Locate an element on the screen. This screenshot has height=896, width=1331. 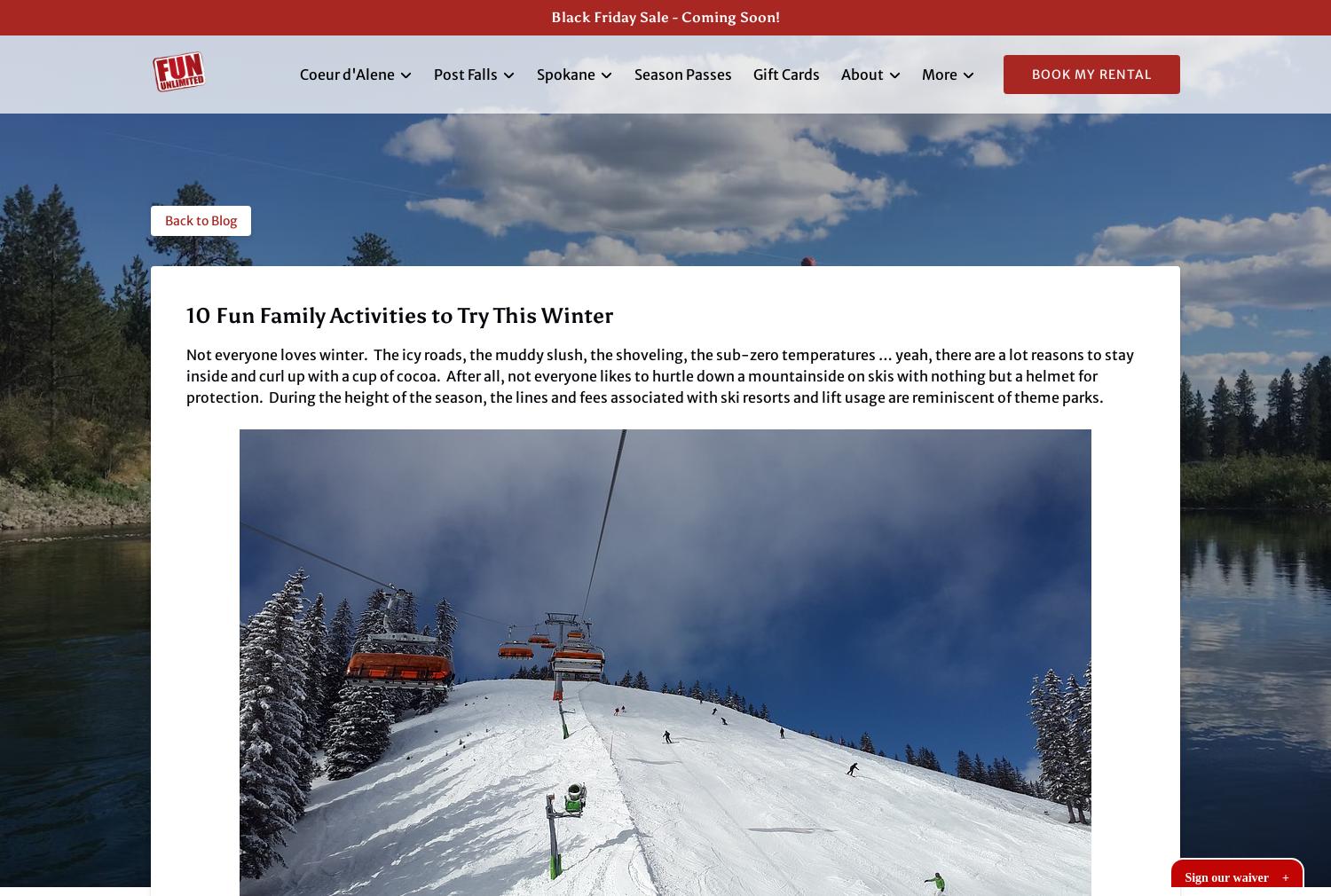
'All Spokane Rentals' is located at coordinates (603, 184).